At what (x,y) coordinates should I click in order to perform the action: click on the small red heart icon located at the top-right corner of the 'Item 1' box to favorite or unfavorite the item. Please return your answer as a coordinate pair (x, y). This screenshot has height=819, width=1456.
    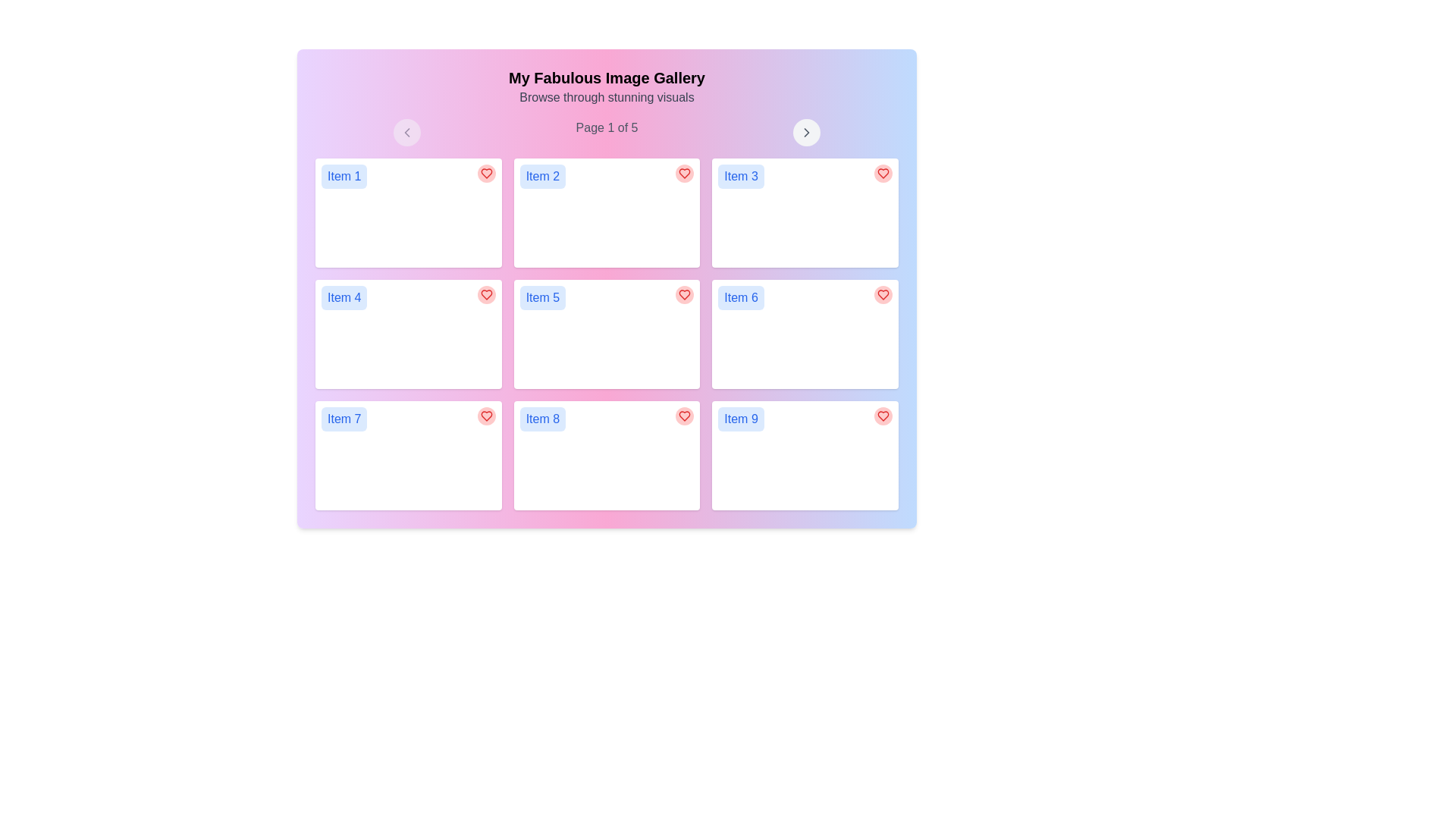
    Looking at the image, I should click on (486, 172).